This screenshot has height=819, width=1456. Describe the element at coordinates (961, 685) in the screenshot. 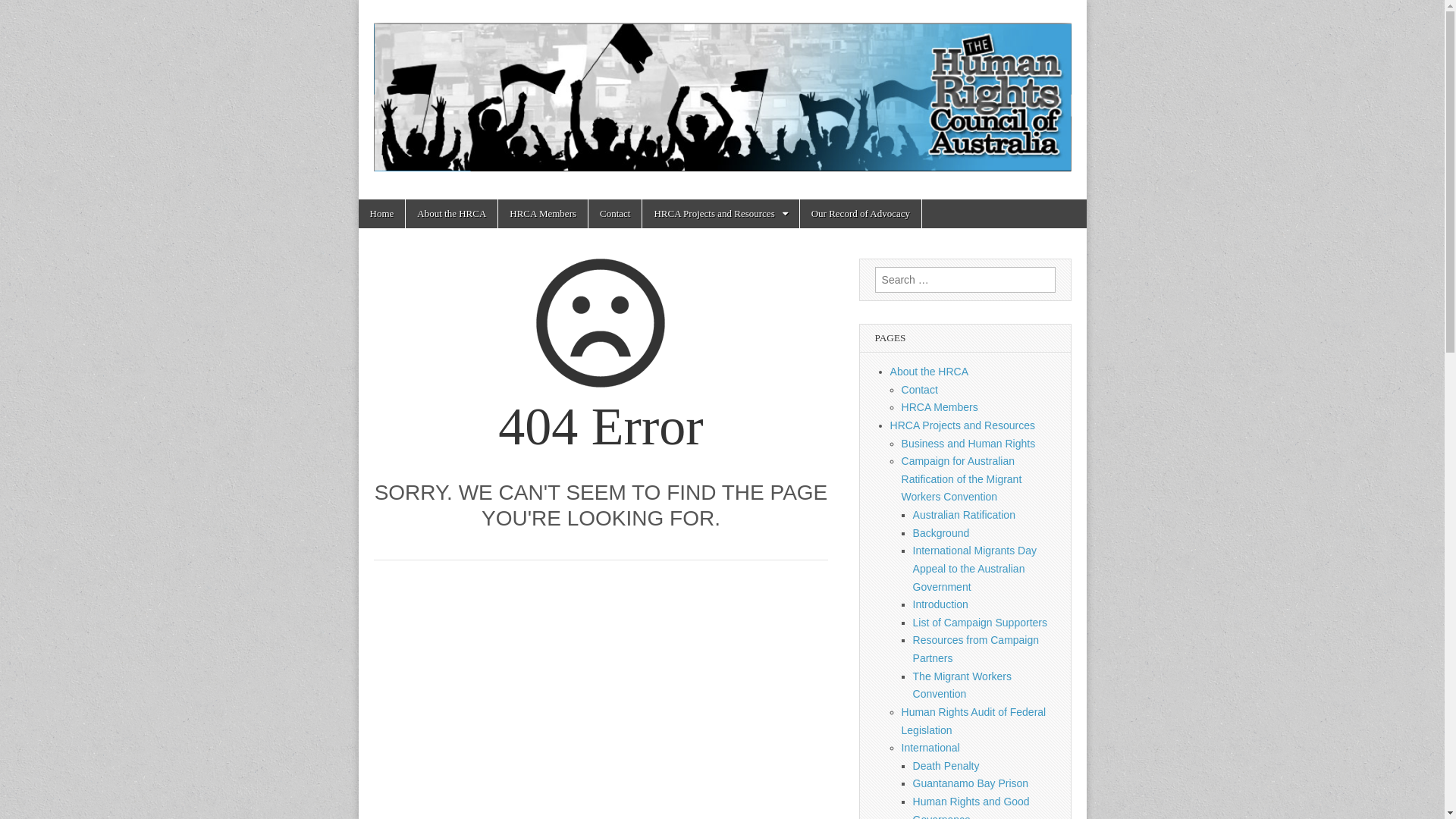

I see `'The Migrant Workers Convention'` at that location.